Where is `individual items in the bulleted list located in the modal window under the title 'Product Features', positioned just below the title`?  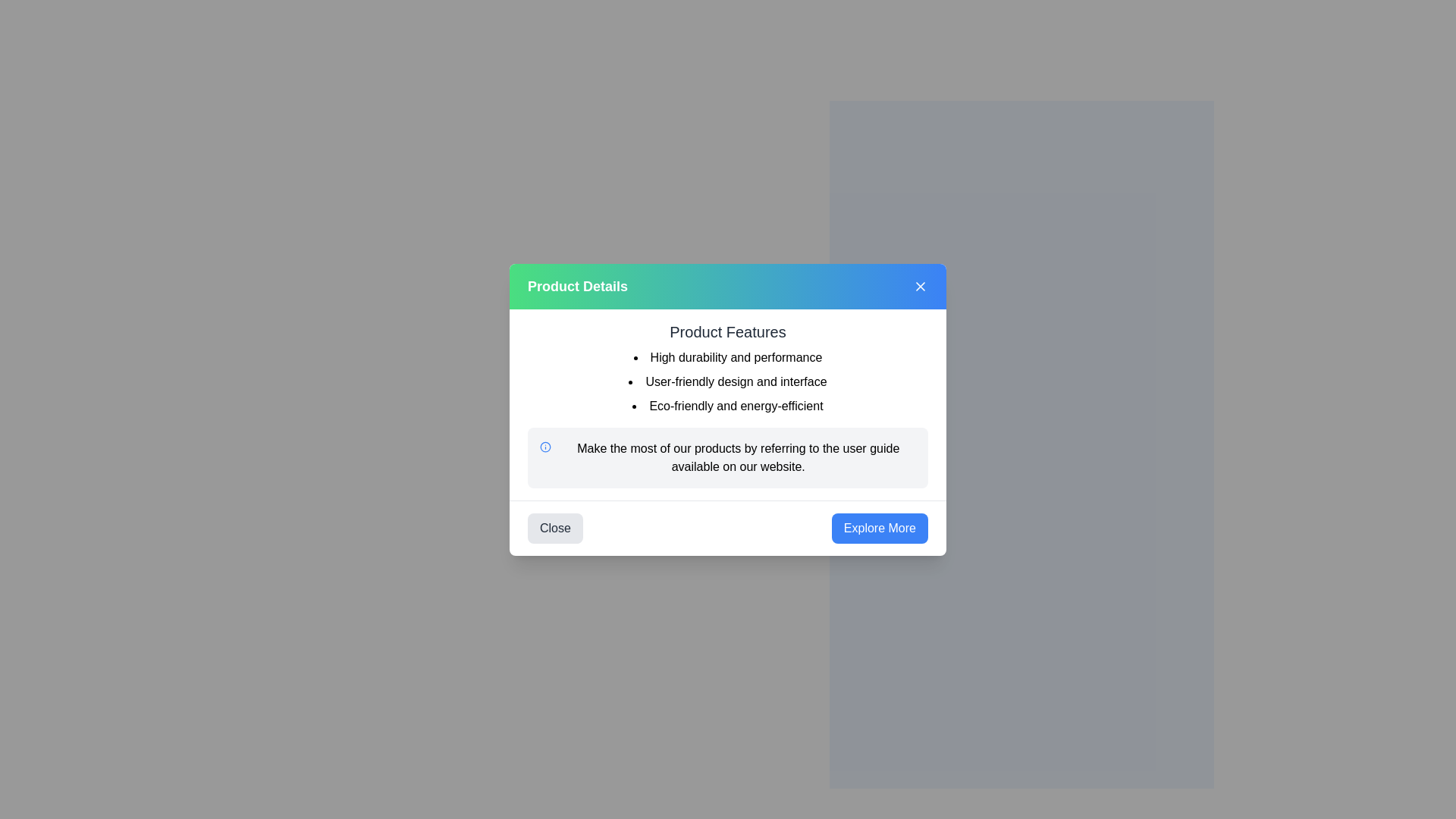 individual items in the bulleted list located in the modal window under the title 'Product Features', positioned just below the title is located at coordinates (728, 380).